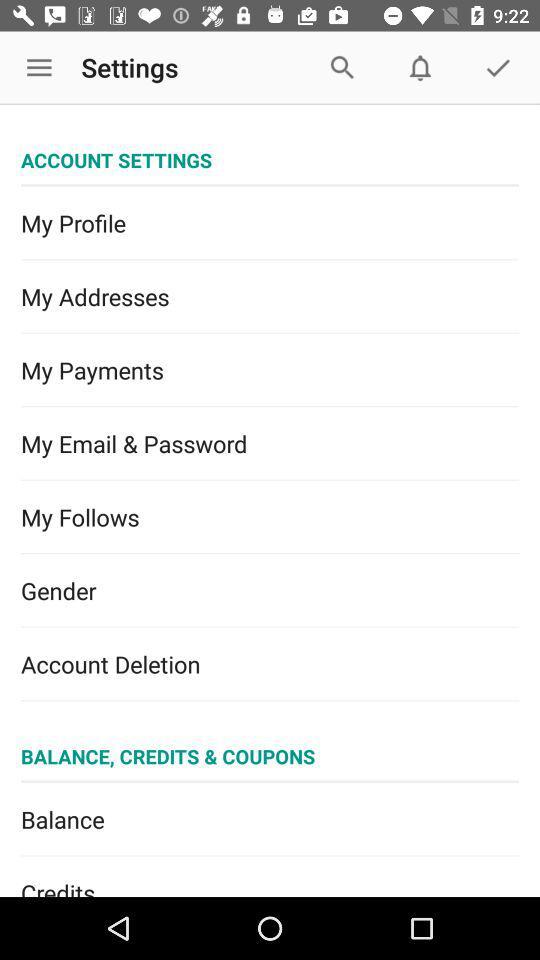  What do you see at coordinates (39, 68) in the screenshot?
I see `the icon to the left of settings app` at bounding box center [39, 68].